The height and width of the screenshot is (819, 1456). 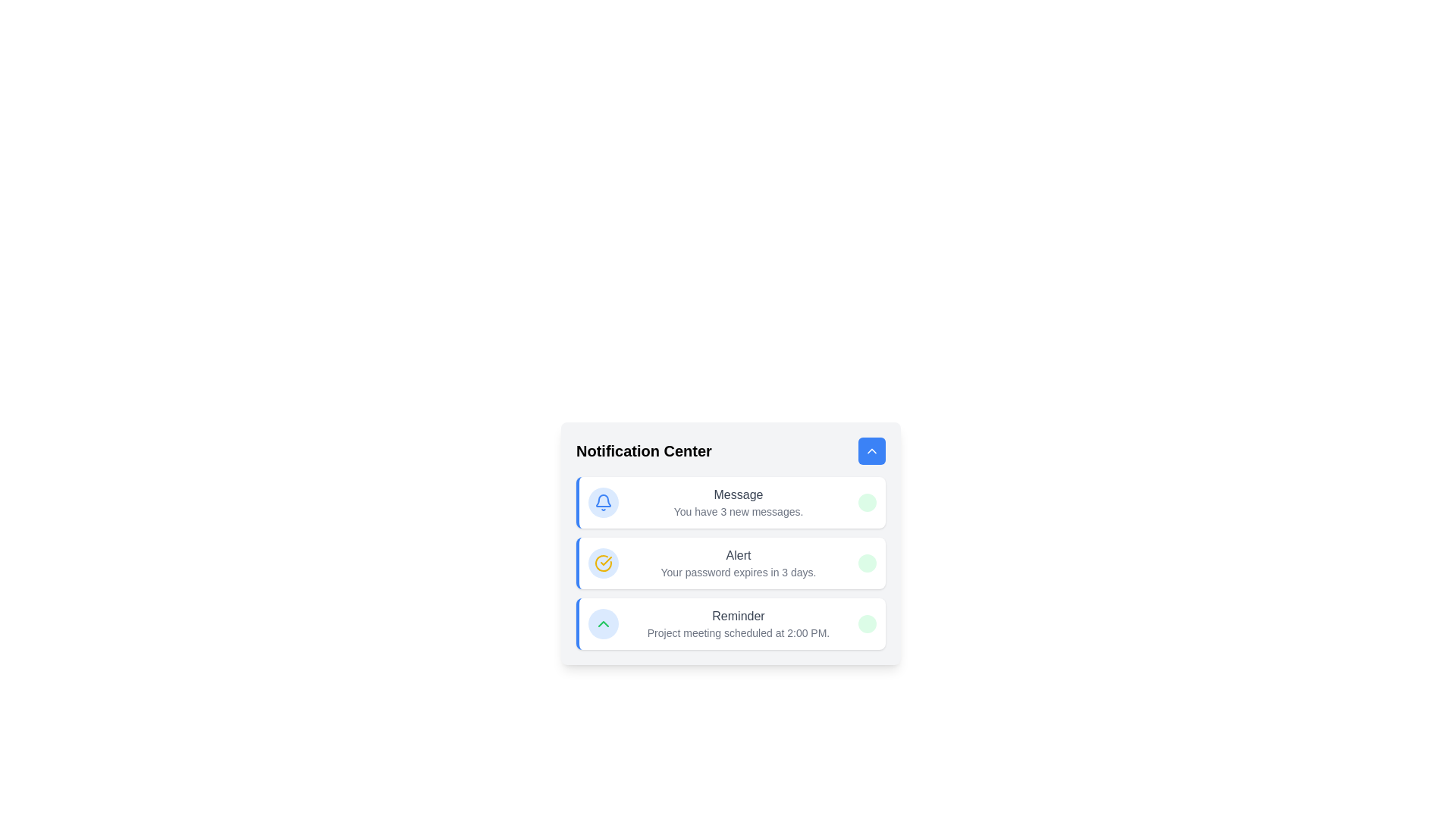 What do you see at coordinates (739, 563) in the screenshot?
I see `information displayed in the text block that notifies the user about the expiration of their password in three days, located in the second notification item of the notification center interface` at bounding box center [739, 563].